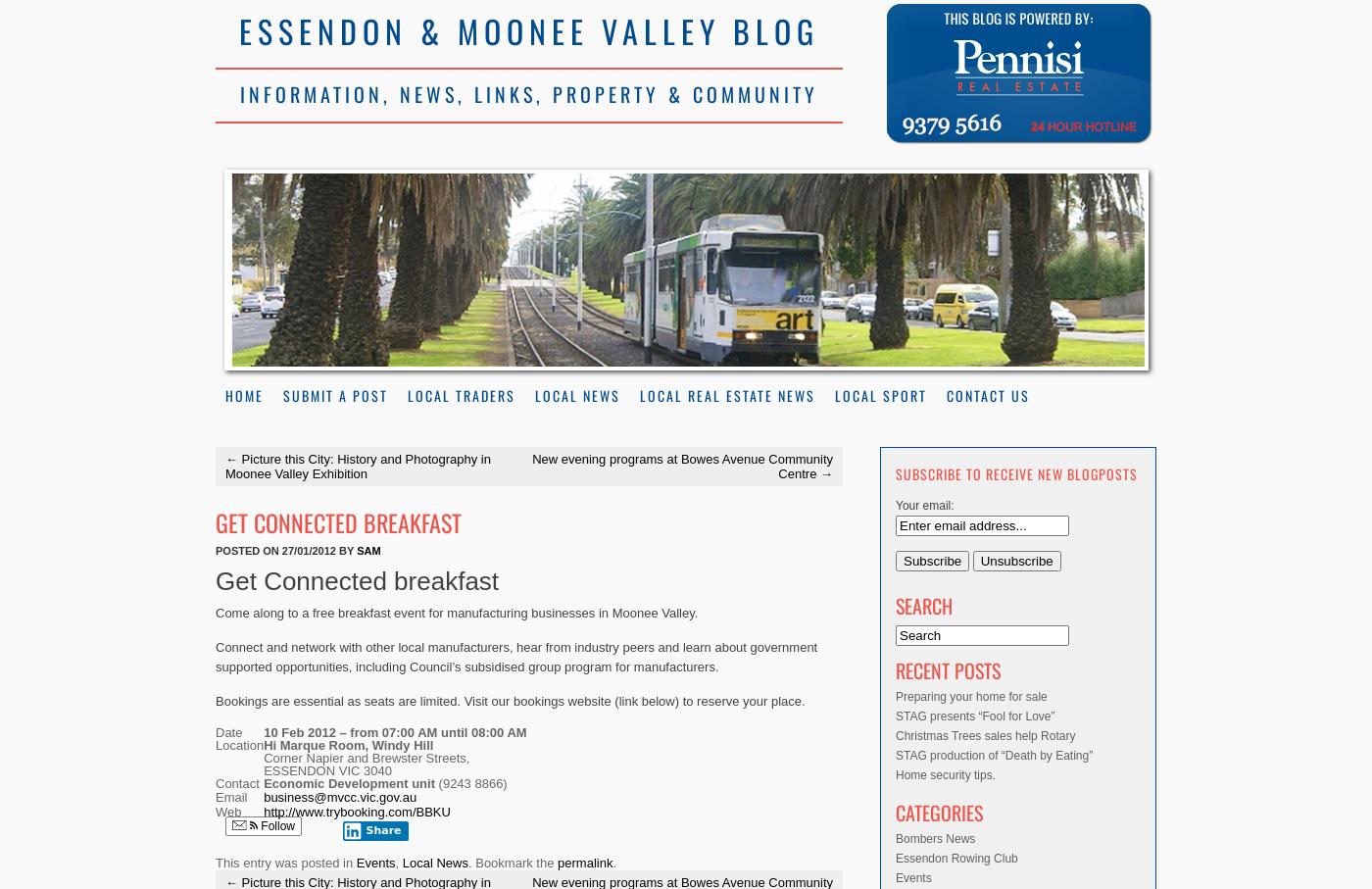 Image resolution: width=1372 pixels, height=889 pixels. I want to click on 'Categories', so click(939, 811).